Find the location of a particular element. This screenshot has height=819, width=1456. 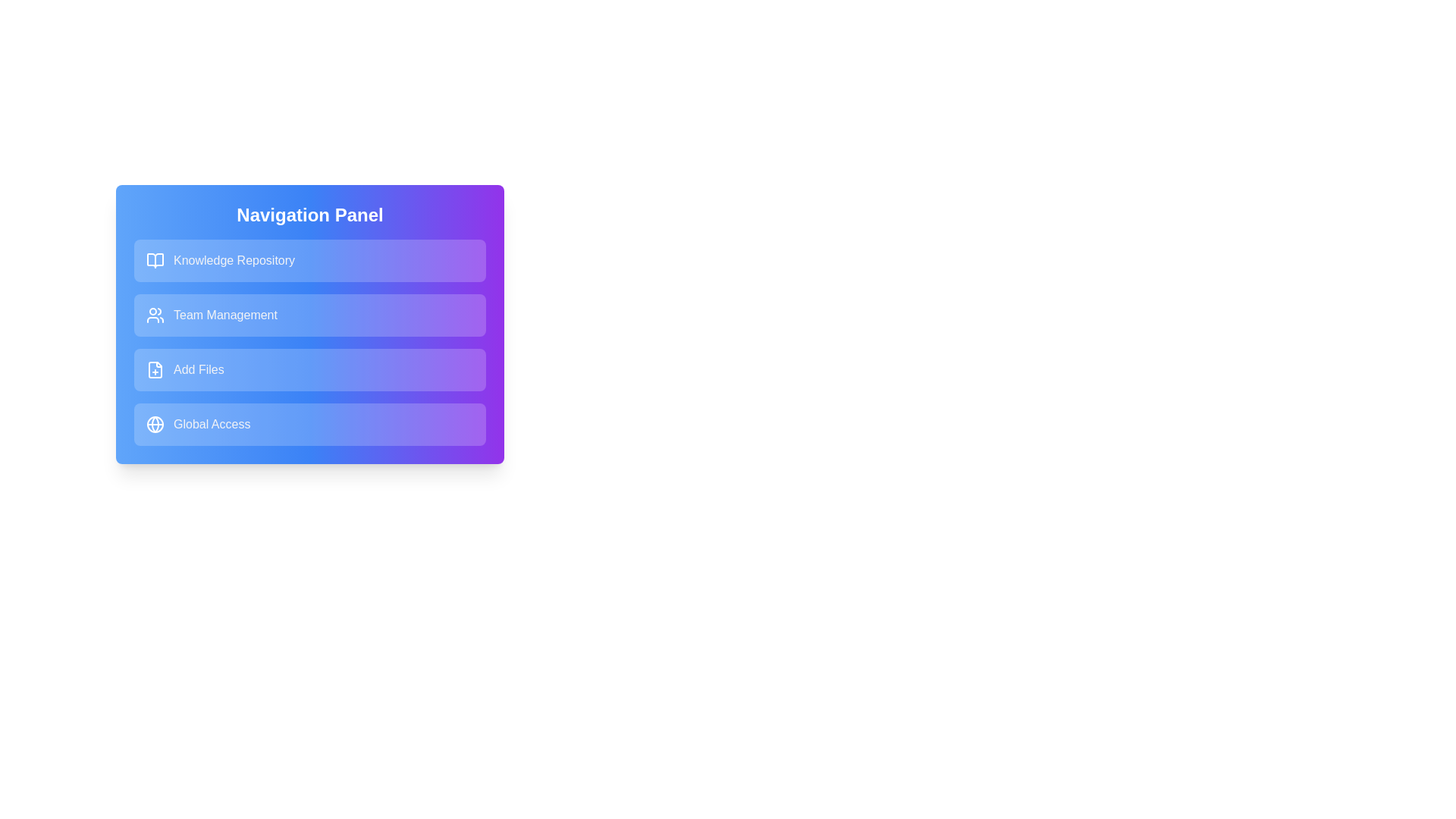

the navigation item labeled Add Files is located at coordinates (309, 370).